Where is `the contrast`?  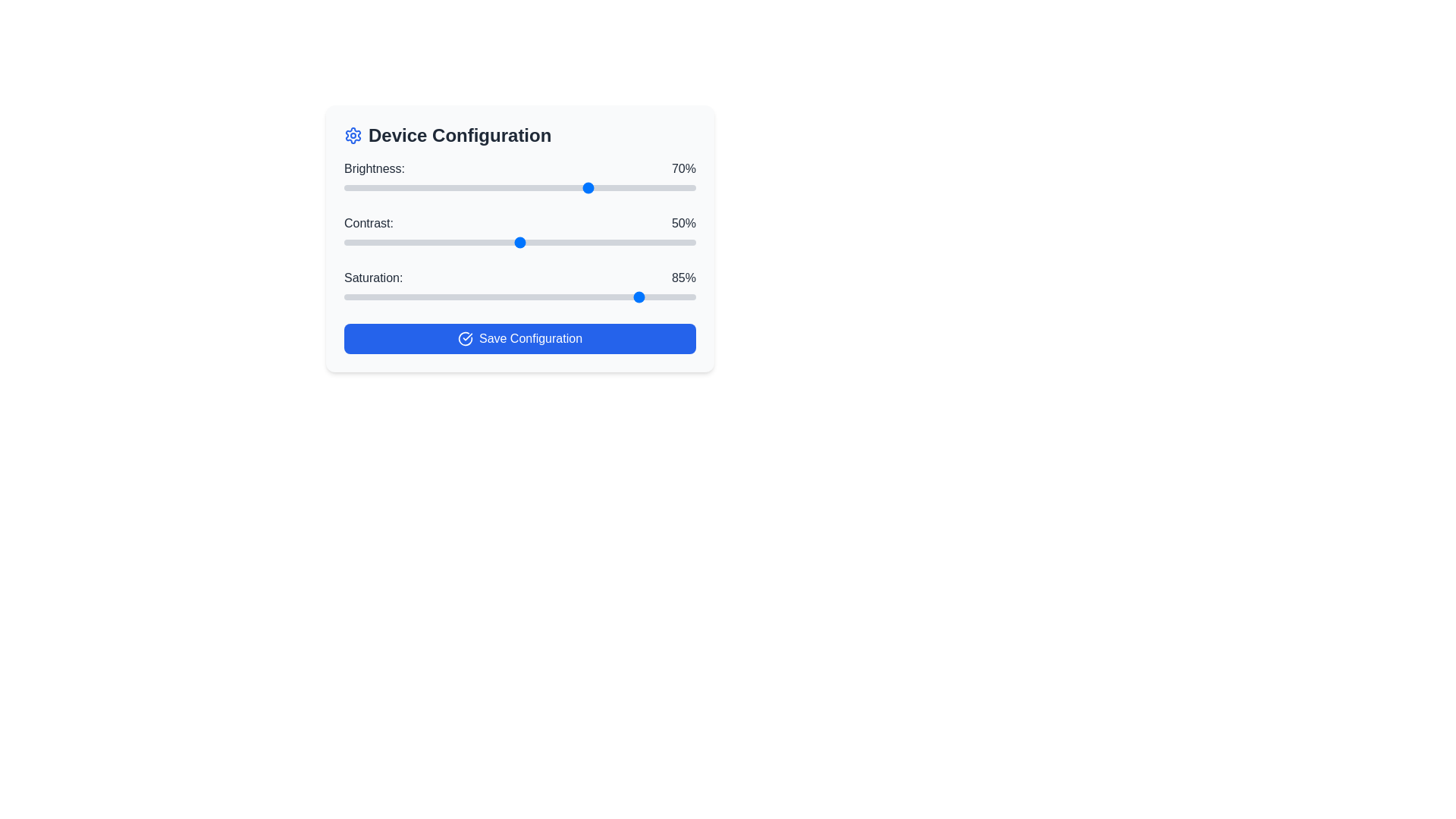
the contrast is located at coordinates (502, 242).